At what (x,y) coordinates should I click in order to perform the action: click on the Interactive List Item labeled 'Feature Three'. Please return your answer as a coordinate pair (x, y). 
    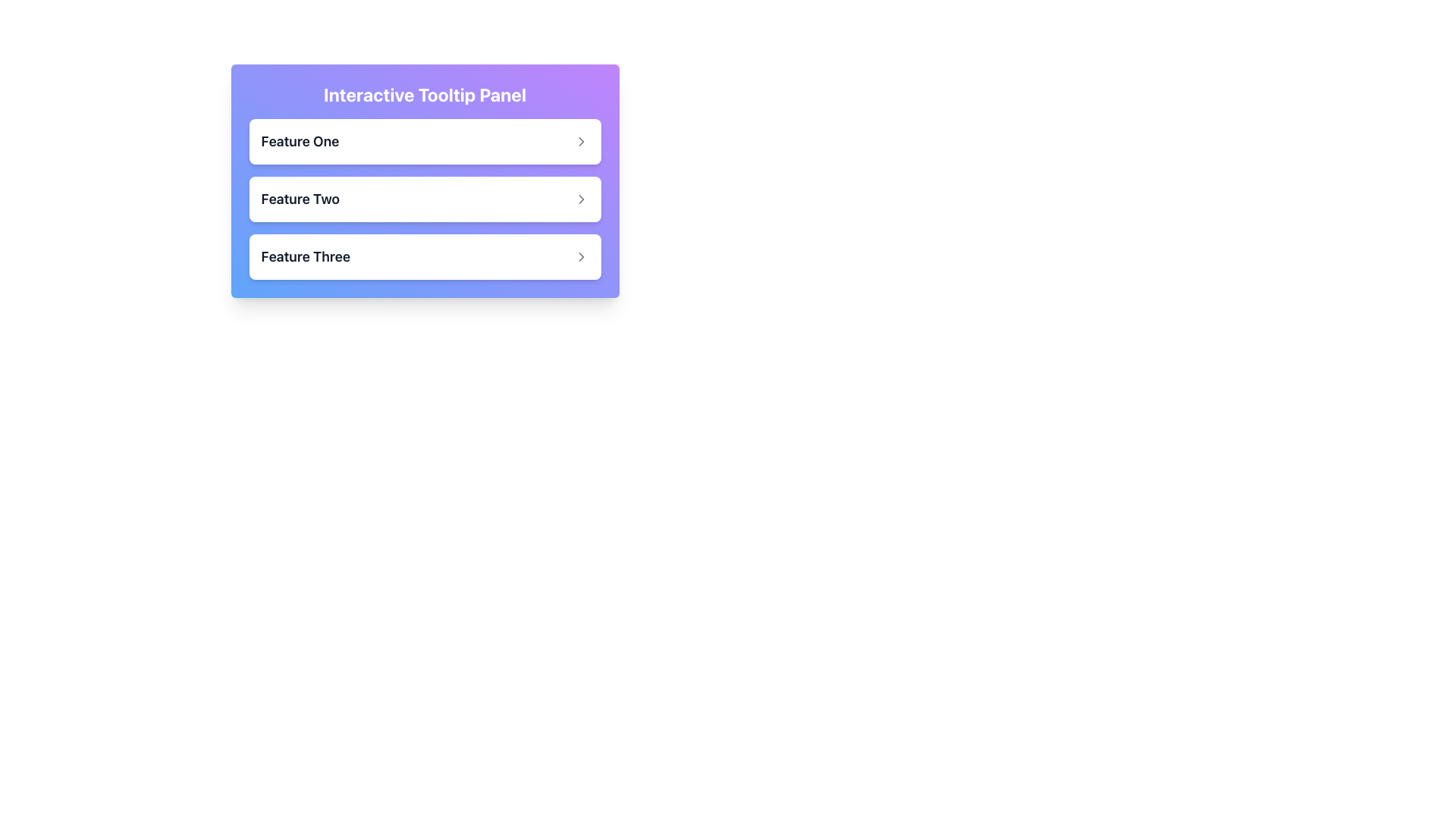
    Looking at the image, I should click on (425, 256).